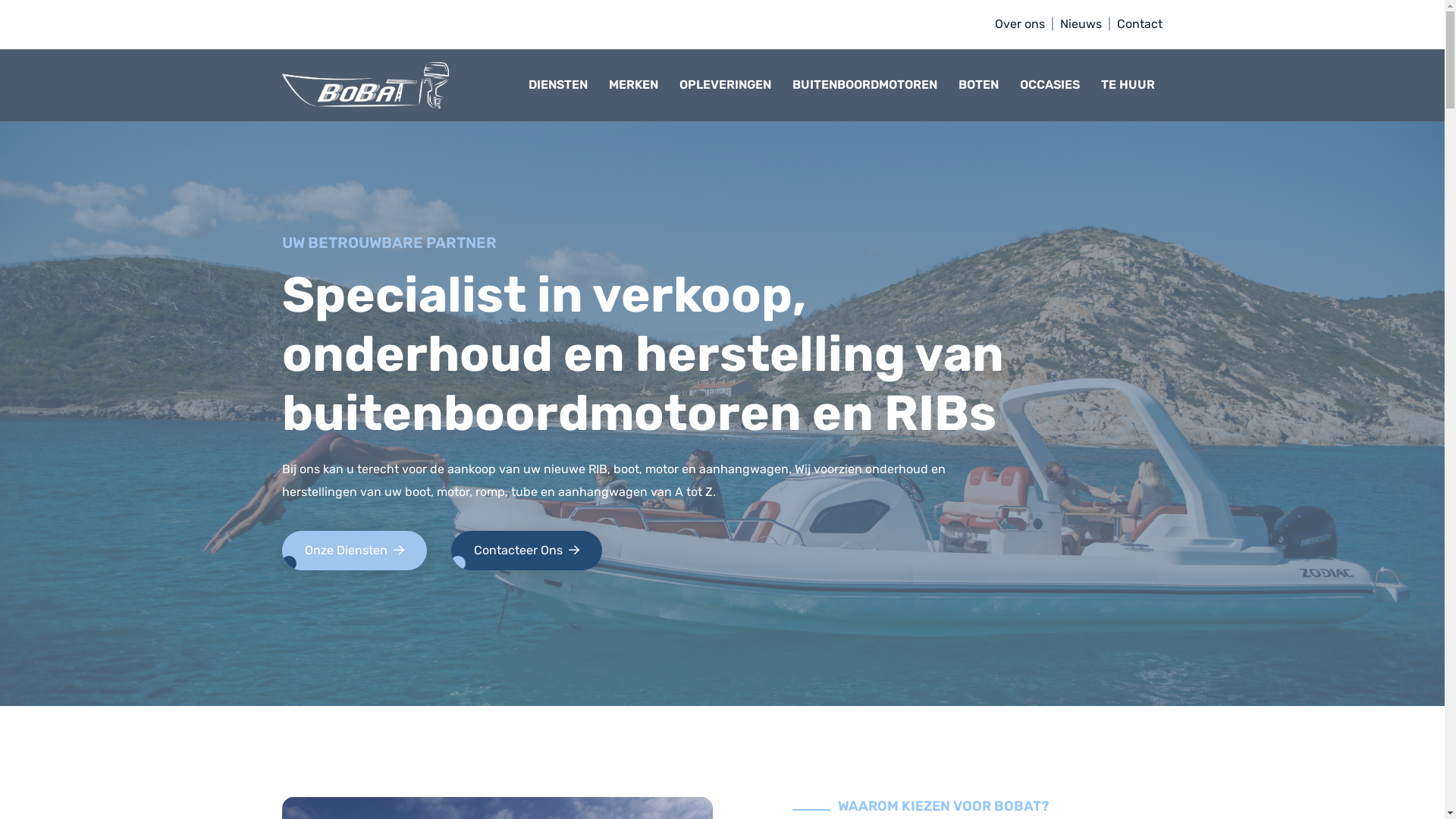 This screenshot has width=1456, height=819. What do you see at coordinates (1131, 85) in the screenshot?
I see `'TE HUUR'` at bounding box center [1131, 85].